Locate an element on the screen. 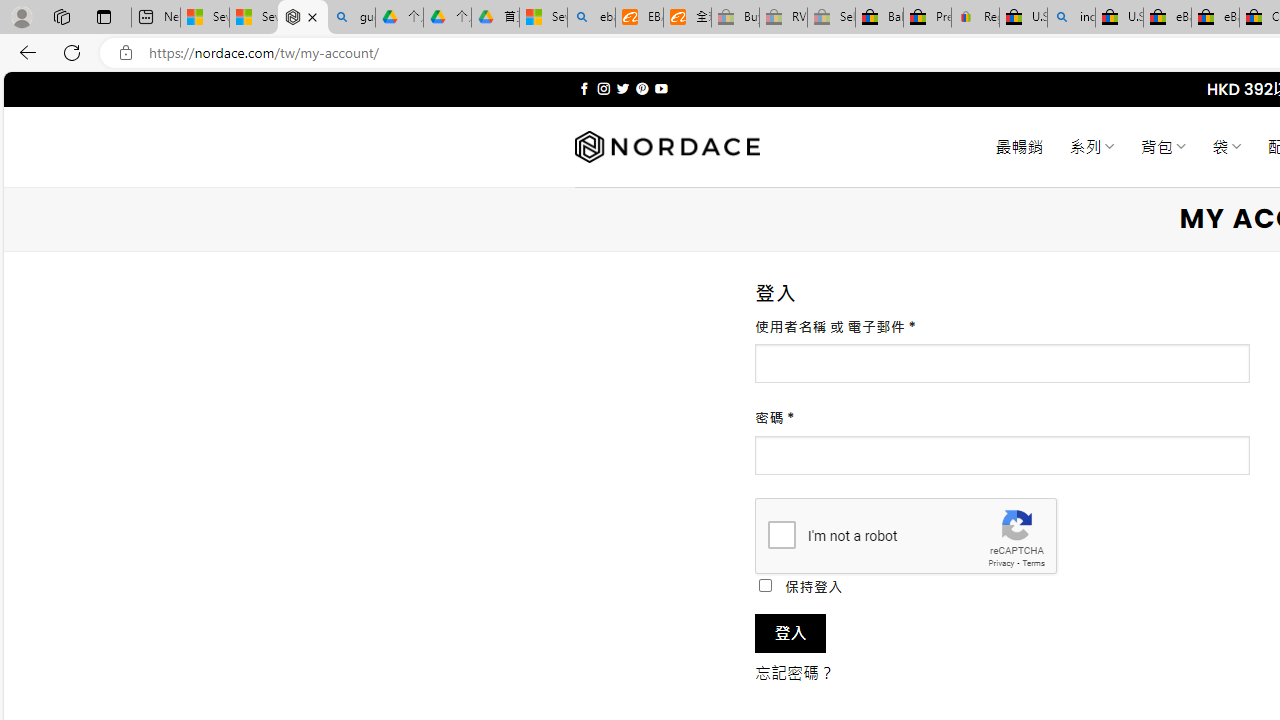 The height and width of the screenshot is (720, 1280). 'Follow on Instagram' is located at coordinates (602, 88).